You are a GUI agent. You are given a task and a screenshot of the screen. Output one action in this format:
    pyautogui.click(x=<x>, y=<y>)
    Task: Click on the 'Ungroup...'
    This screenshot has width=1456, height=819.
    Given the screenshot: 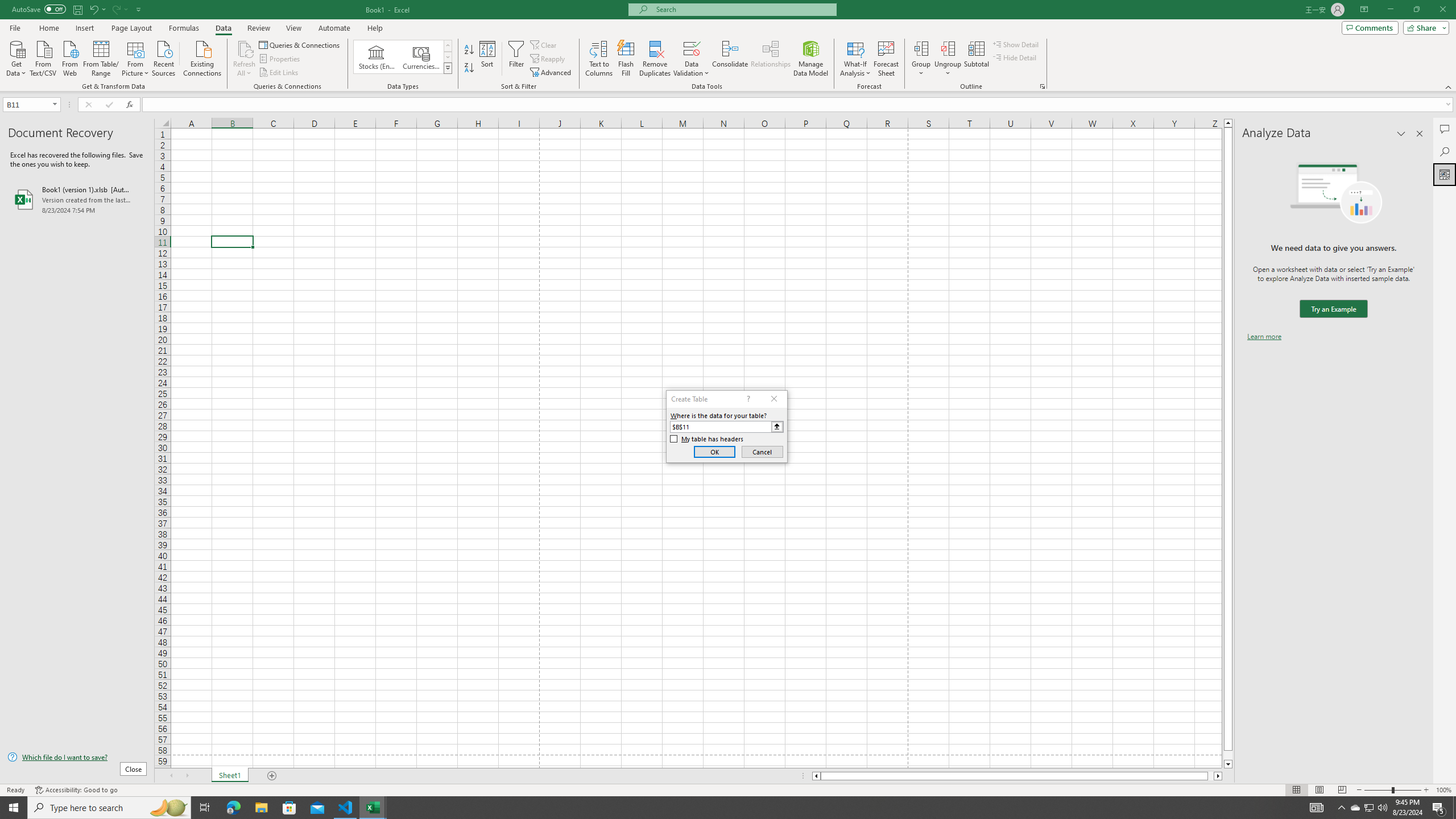 What is the action you would take?
    pyautogui.click(x=948, y=59)
    